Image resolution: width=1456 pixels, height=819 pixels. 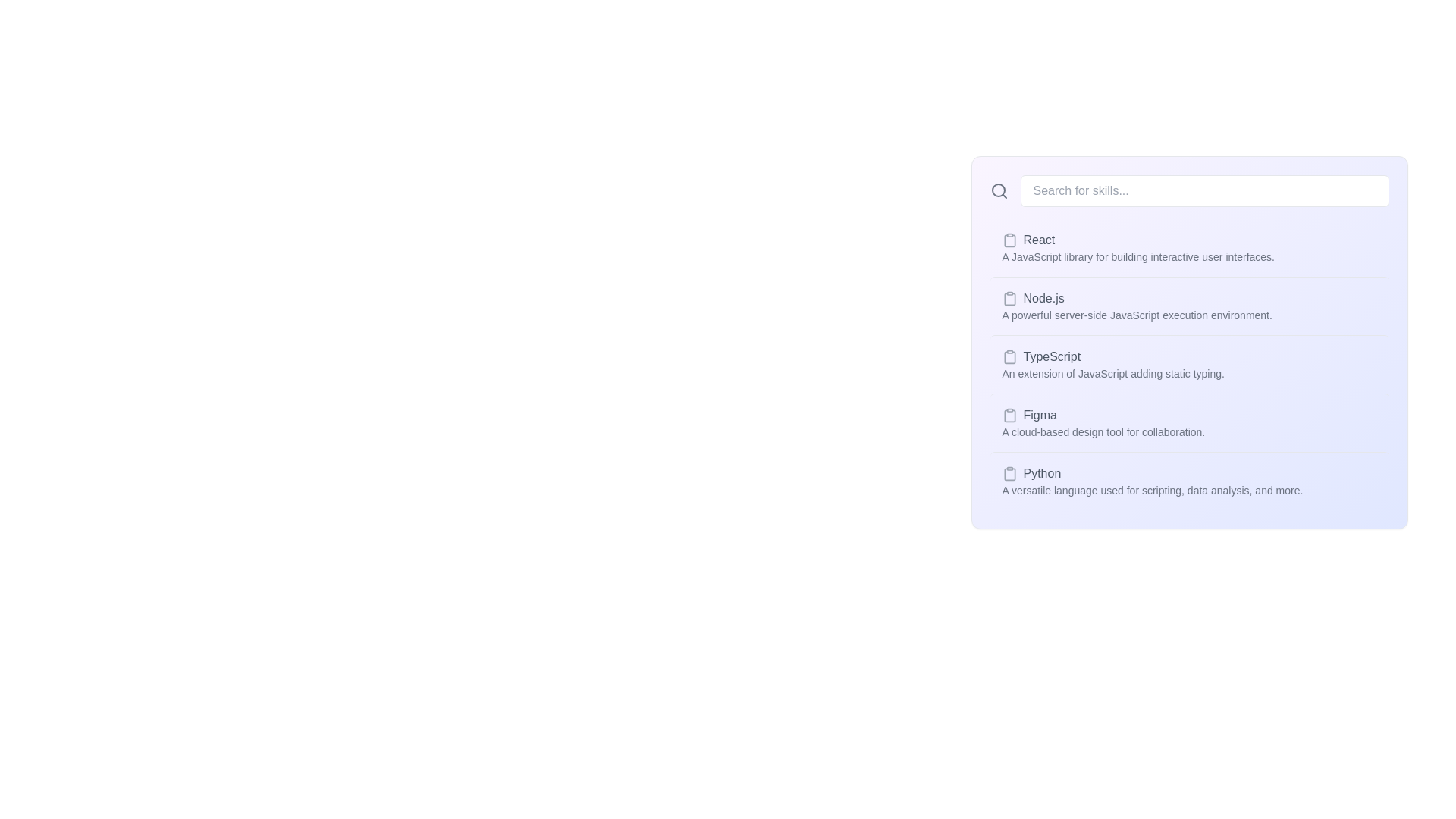 I want to click on to select the topmost card in the skill list that describes the skill or topic 'React', so click(x=1188, y=247).